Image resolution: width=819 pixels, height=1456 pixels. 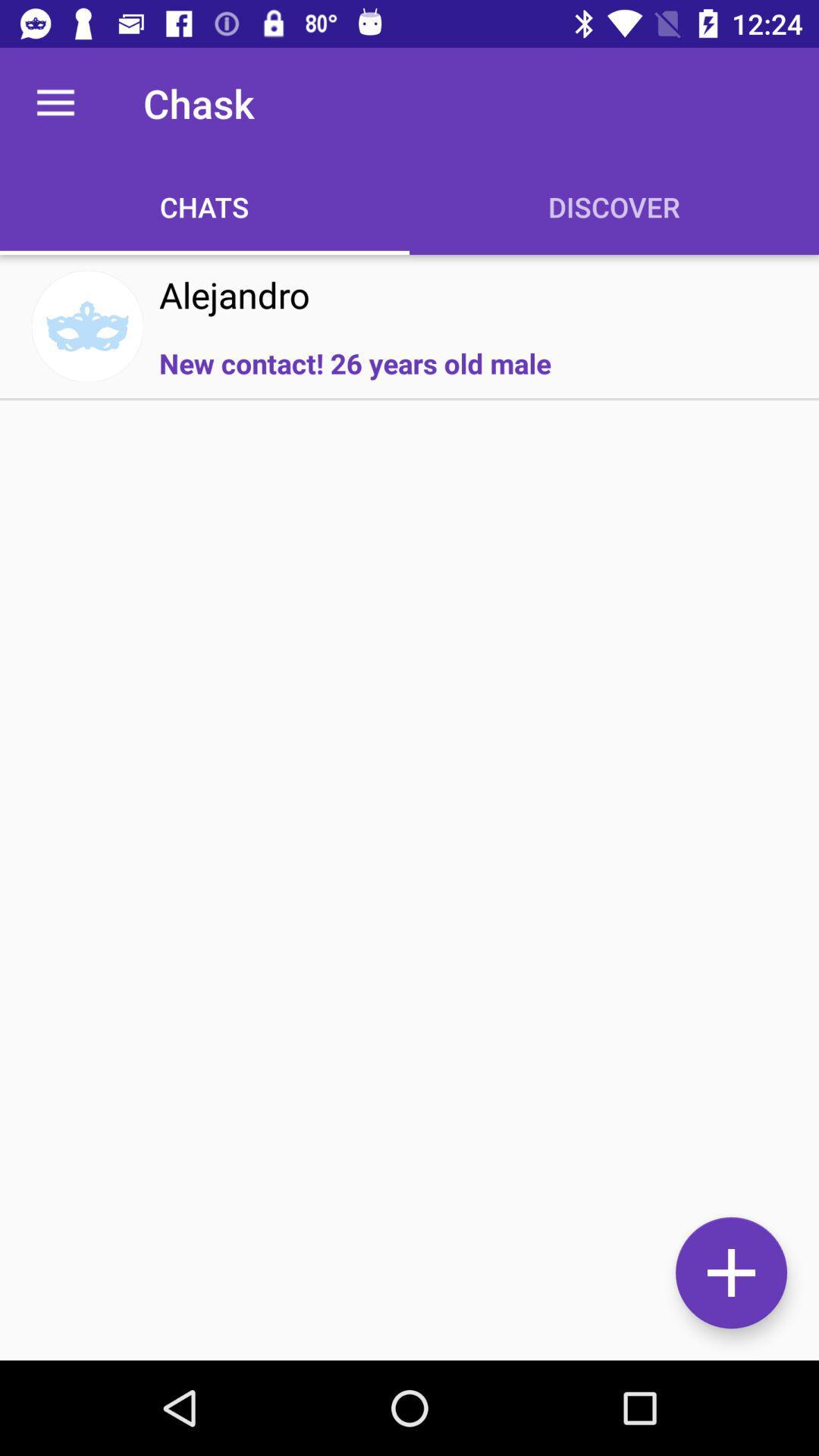 I want to click on item next to alejandro item, so click(x=87, y=325).